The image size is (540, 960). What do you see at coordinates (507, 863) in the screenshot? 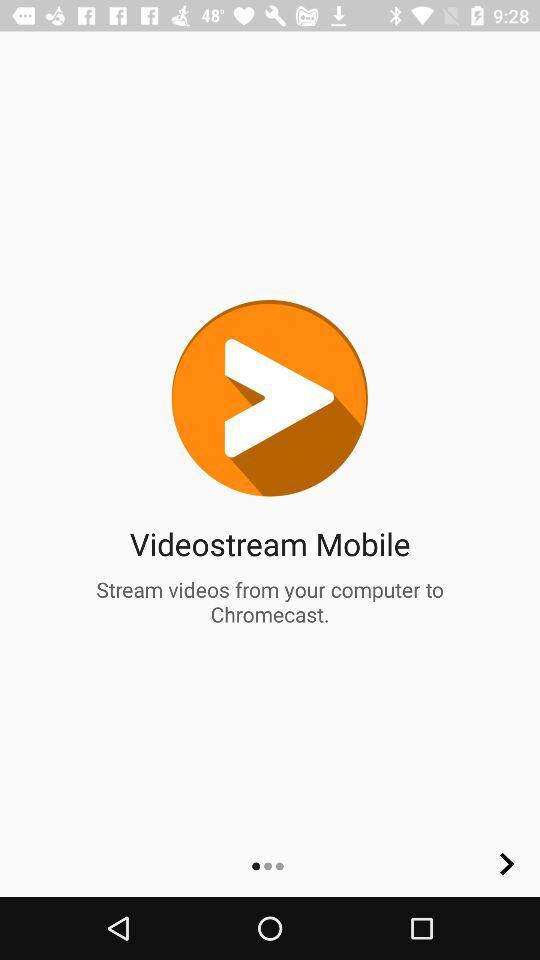
I see `the arrow_forward icon` at bounding box center [507, 863].